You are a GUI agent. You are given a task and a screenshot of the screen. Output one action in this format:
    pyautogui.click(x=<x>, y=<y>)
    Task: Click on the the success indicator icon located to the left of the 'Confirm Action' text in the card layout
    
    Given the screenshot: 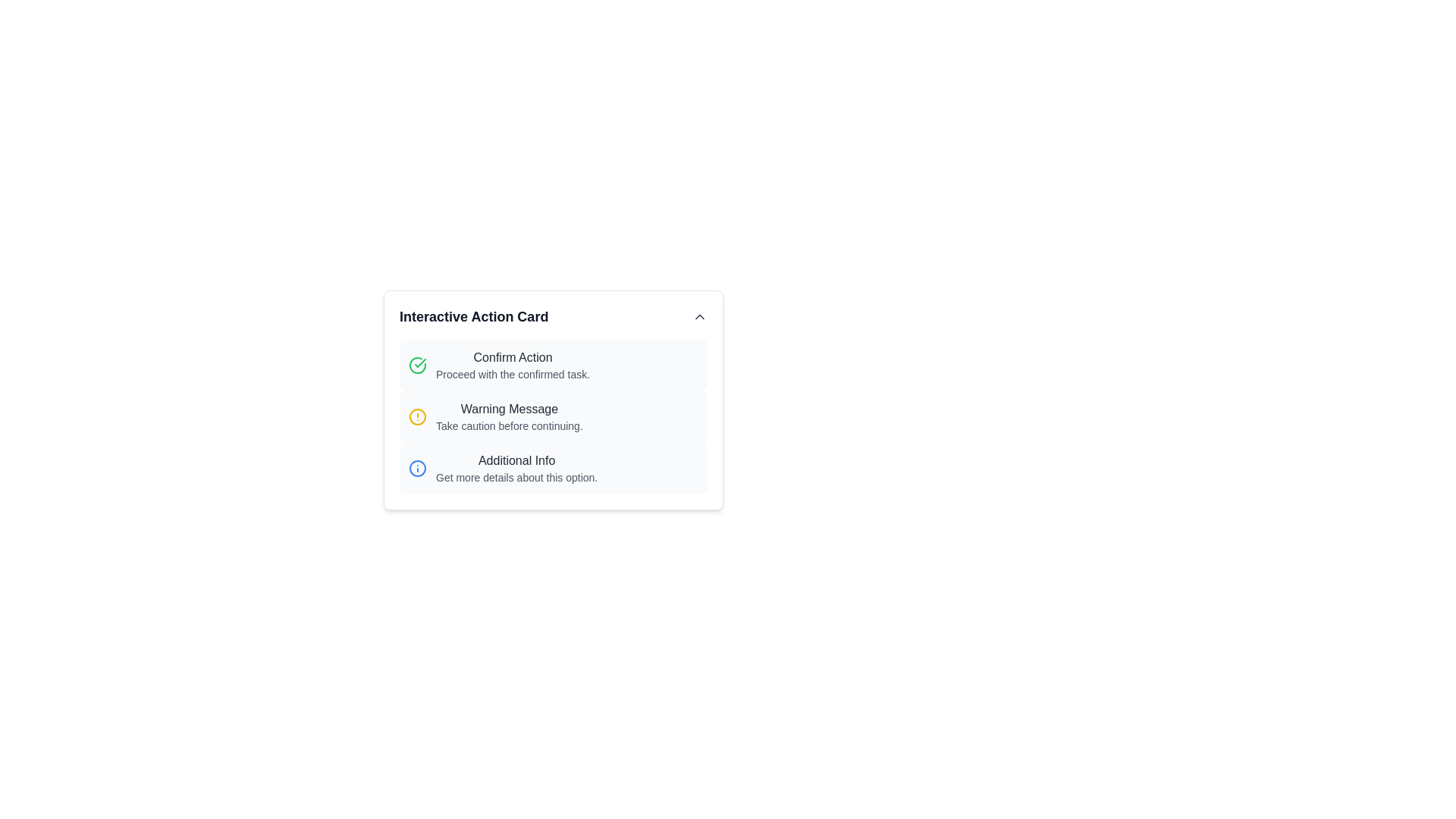 What is the action you would take?
    pyautogui.click(x=418, y=366)
    